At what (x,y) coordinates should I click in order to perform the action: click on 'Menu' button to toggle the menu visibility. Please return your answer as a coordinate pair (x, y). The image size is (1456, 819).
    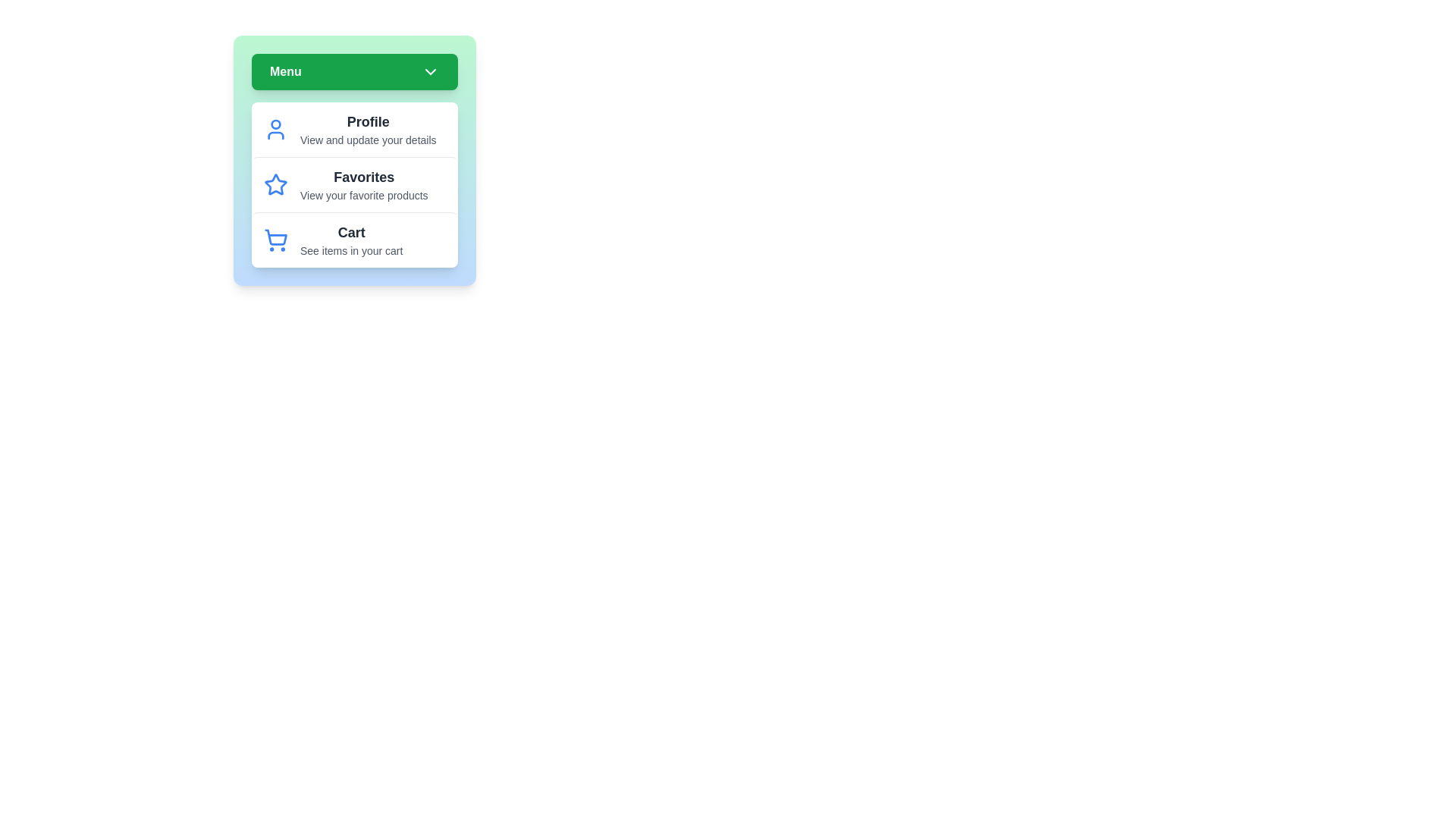
    Looking at the image, I should click on (353, 72).